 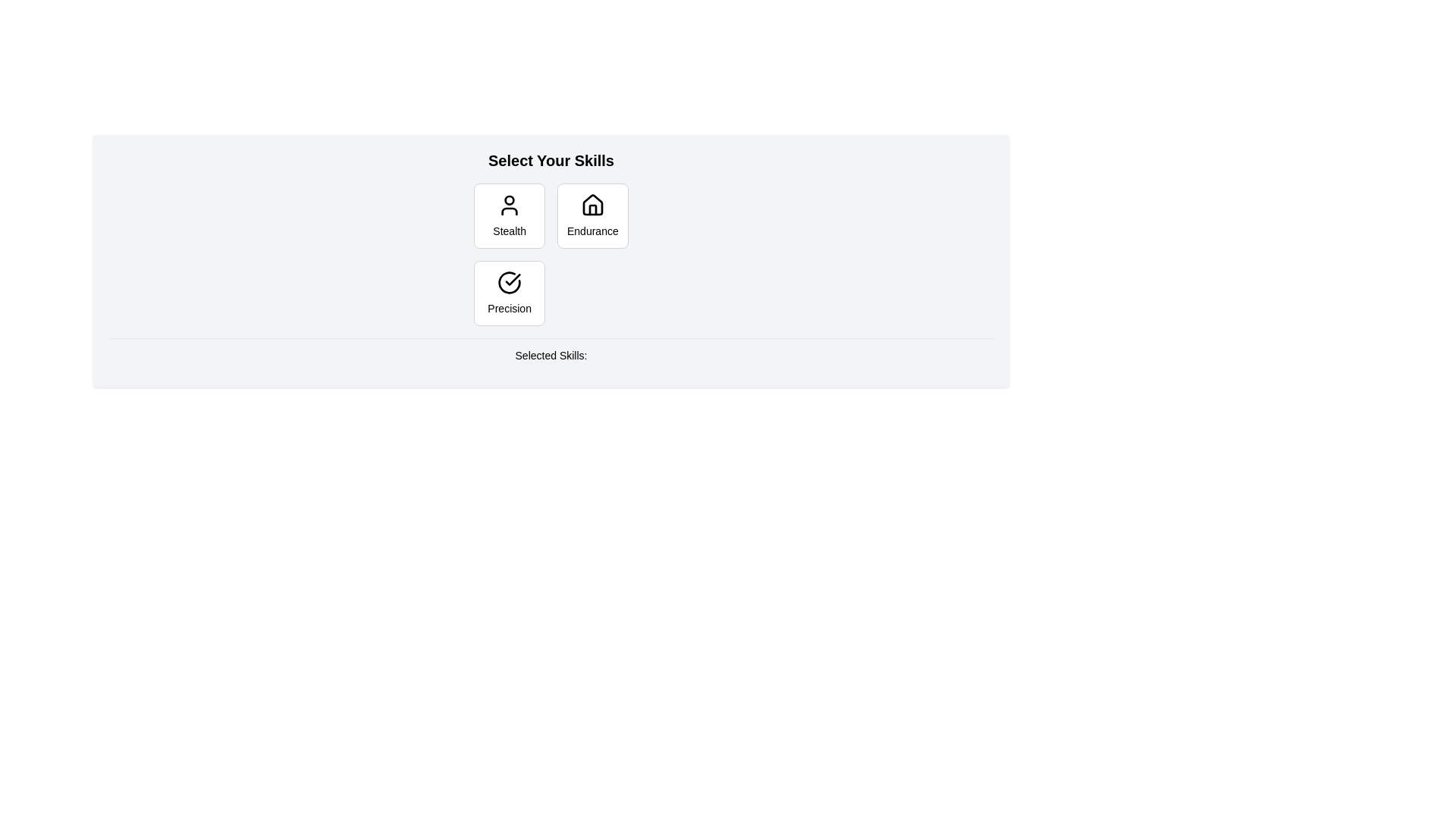 I want to click on the 'Endurance' skill icon, which is the second icon in a row of selectable skills, located to the right of the person icon, so click(x=591, y=205).